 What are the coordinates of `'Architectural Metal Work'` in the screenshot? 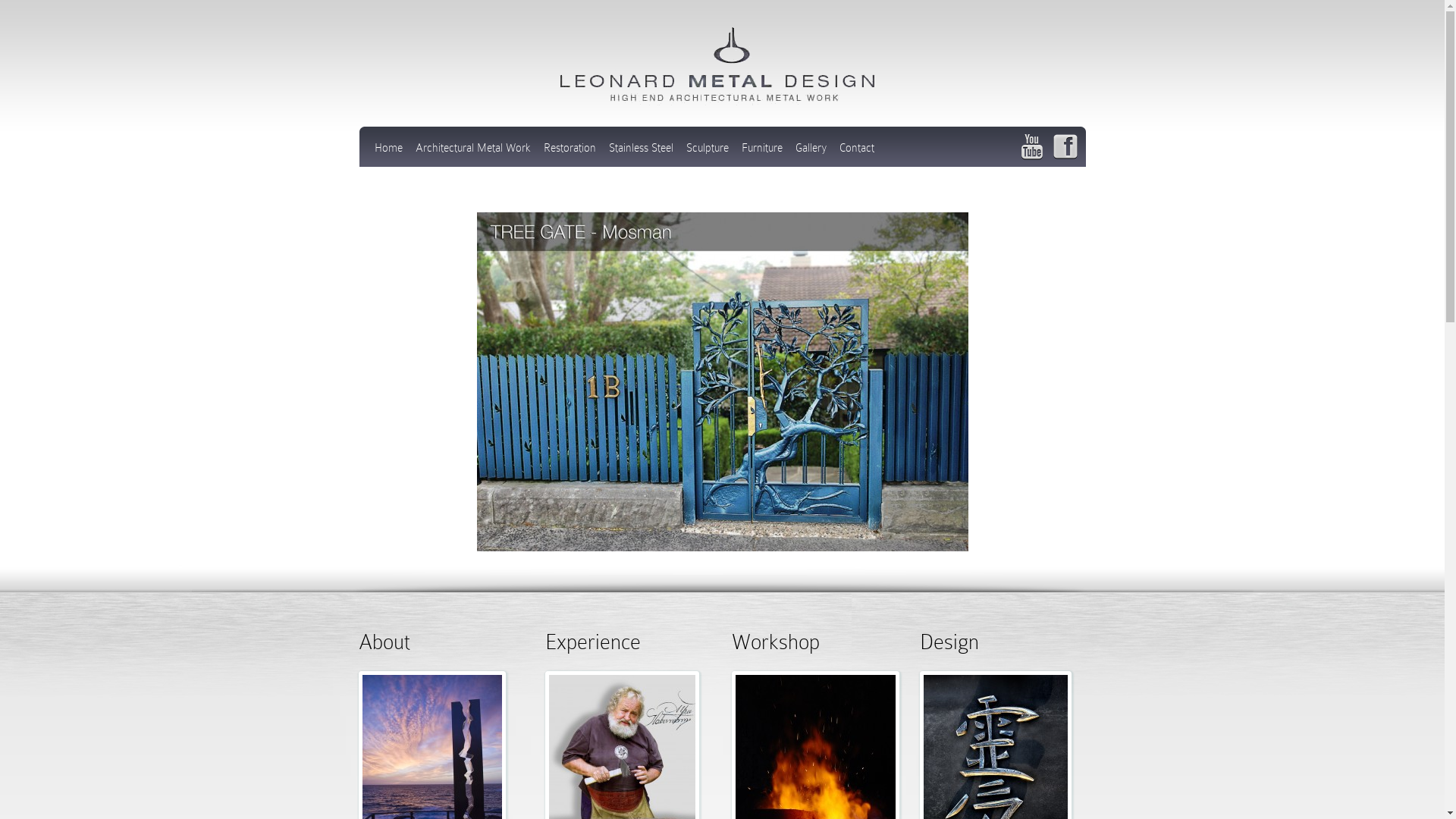 It's located at (415, 152).